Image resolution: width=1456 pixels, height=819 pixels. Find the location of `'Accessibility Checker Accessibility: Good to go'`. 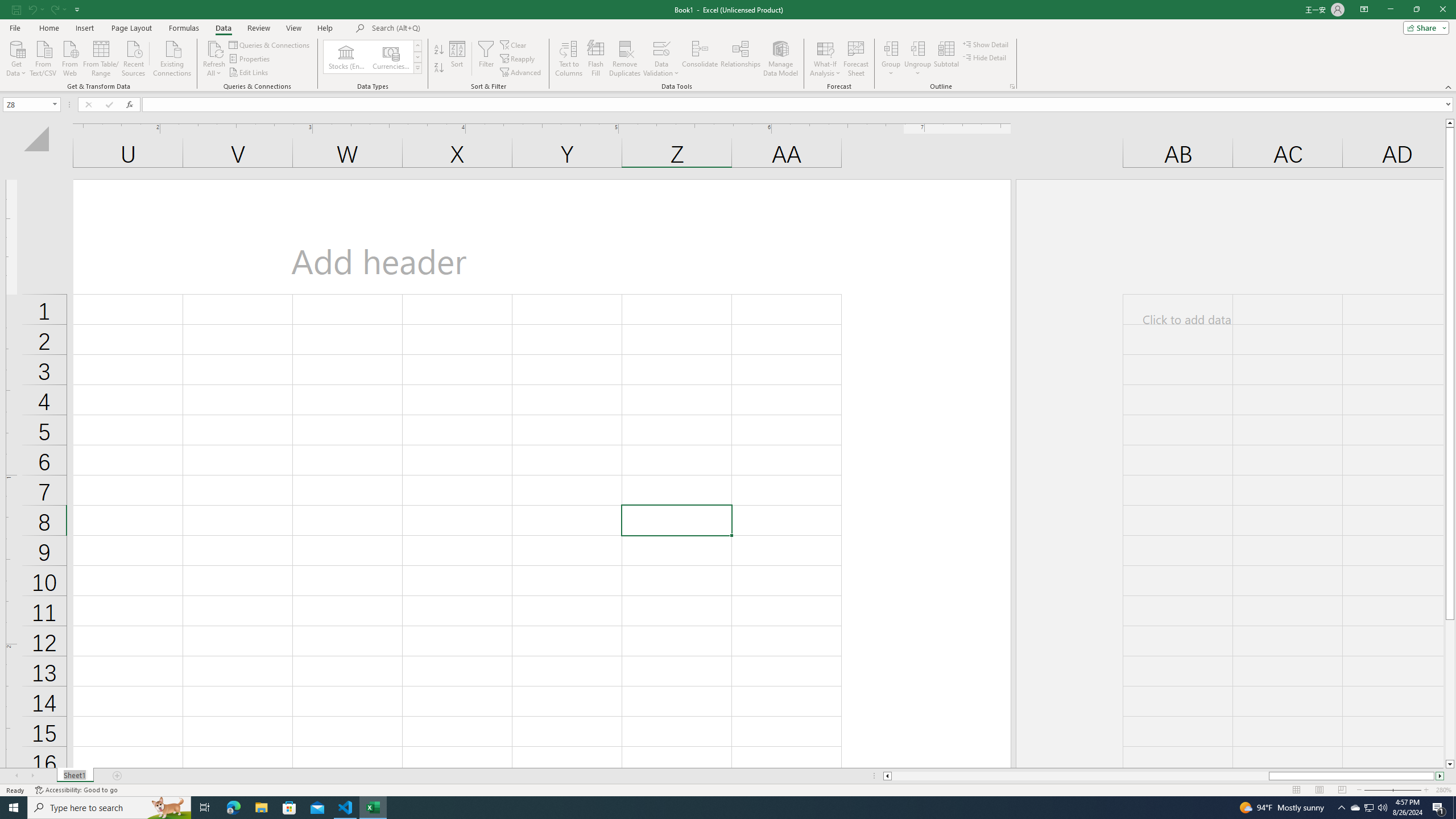

'Accessibility Checker Accessibility: Good to go' is located at coordinates (76, 790).